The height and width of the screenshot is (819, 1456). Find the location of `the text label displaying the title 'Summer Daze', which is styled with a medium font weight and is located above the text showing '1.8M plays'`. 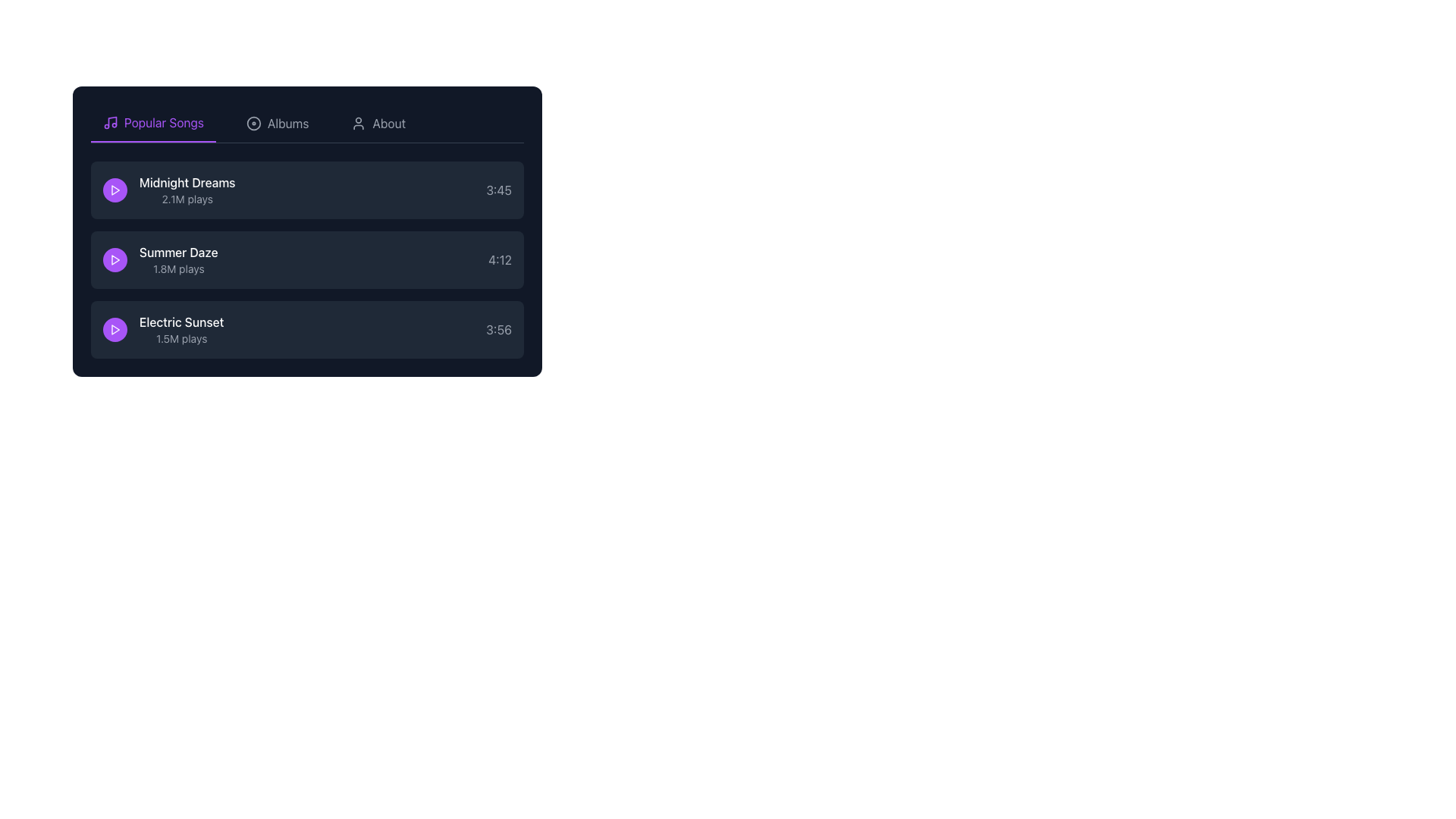

the text label displaying the title 'Summer Daze', which is styled with a medium font weight and is located above the text showing '1.8M plays' is located at coordinates (178, 251).